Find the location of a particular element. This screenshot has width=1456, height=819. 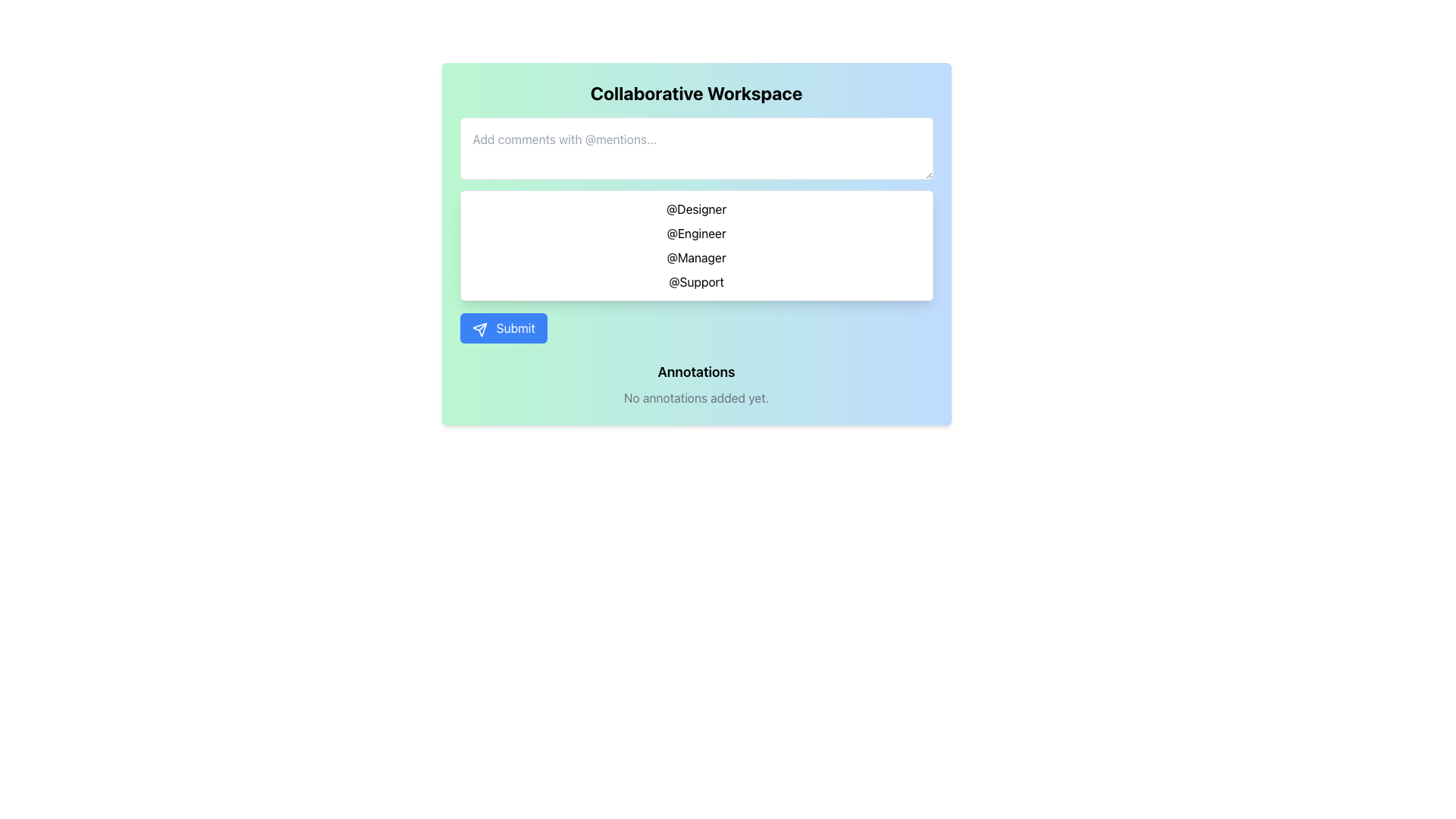

the stylized list box containing options '@Designer', '@Engineer', '@Manager', and '@Support' is located at coordinates (695, 243).